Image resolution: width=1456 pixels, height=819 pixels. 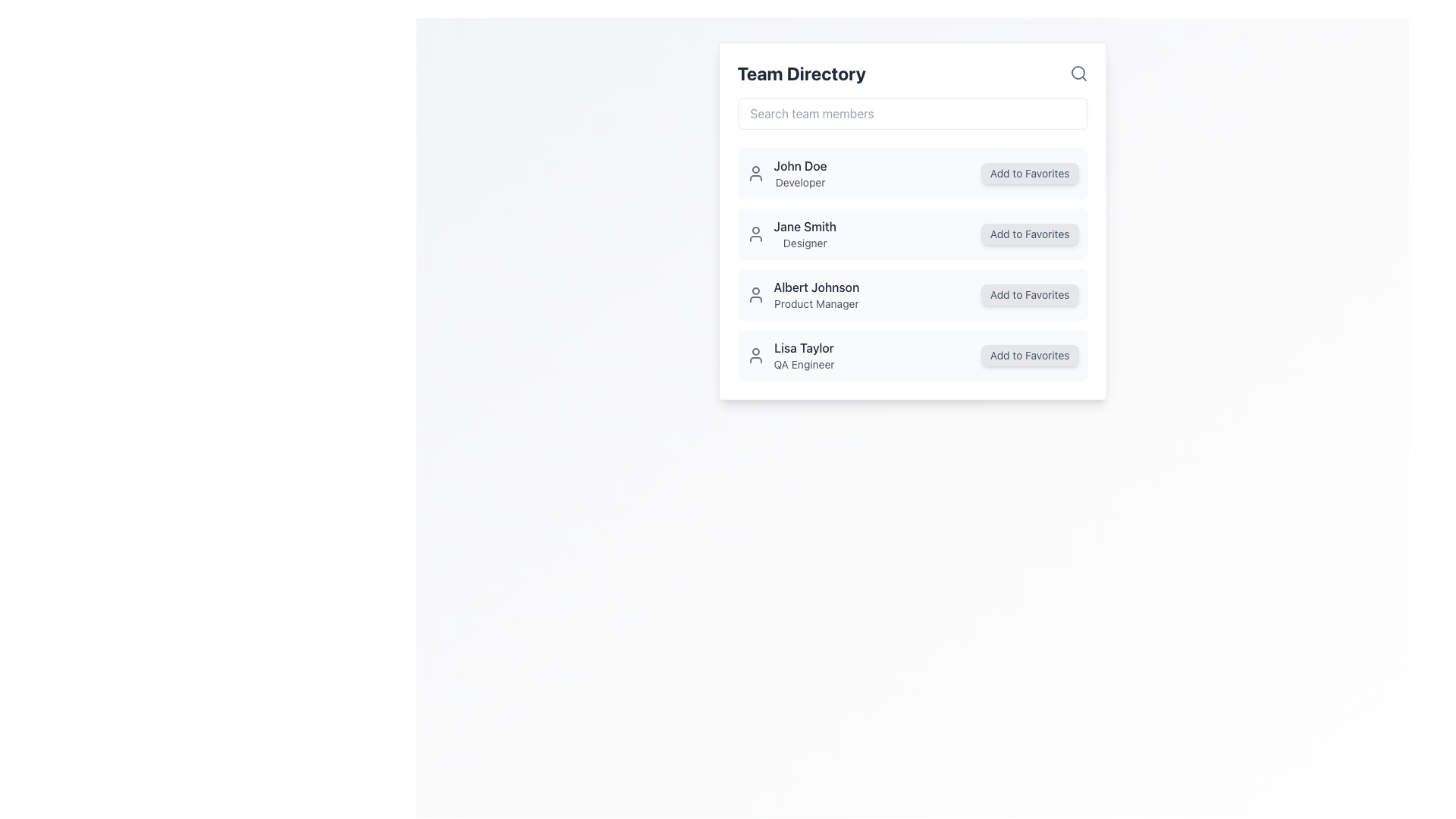 I want to click on the first Profile Card in the Team Directory section, so click(x=912, y=172).